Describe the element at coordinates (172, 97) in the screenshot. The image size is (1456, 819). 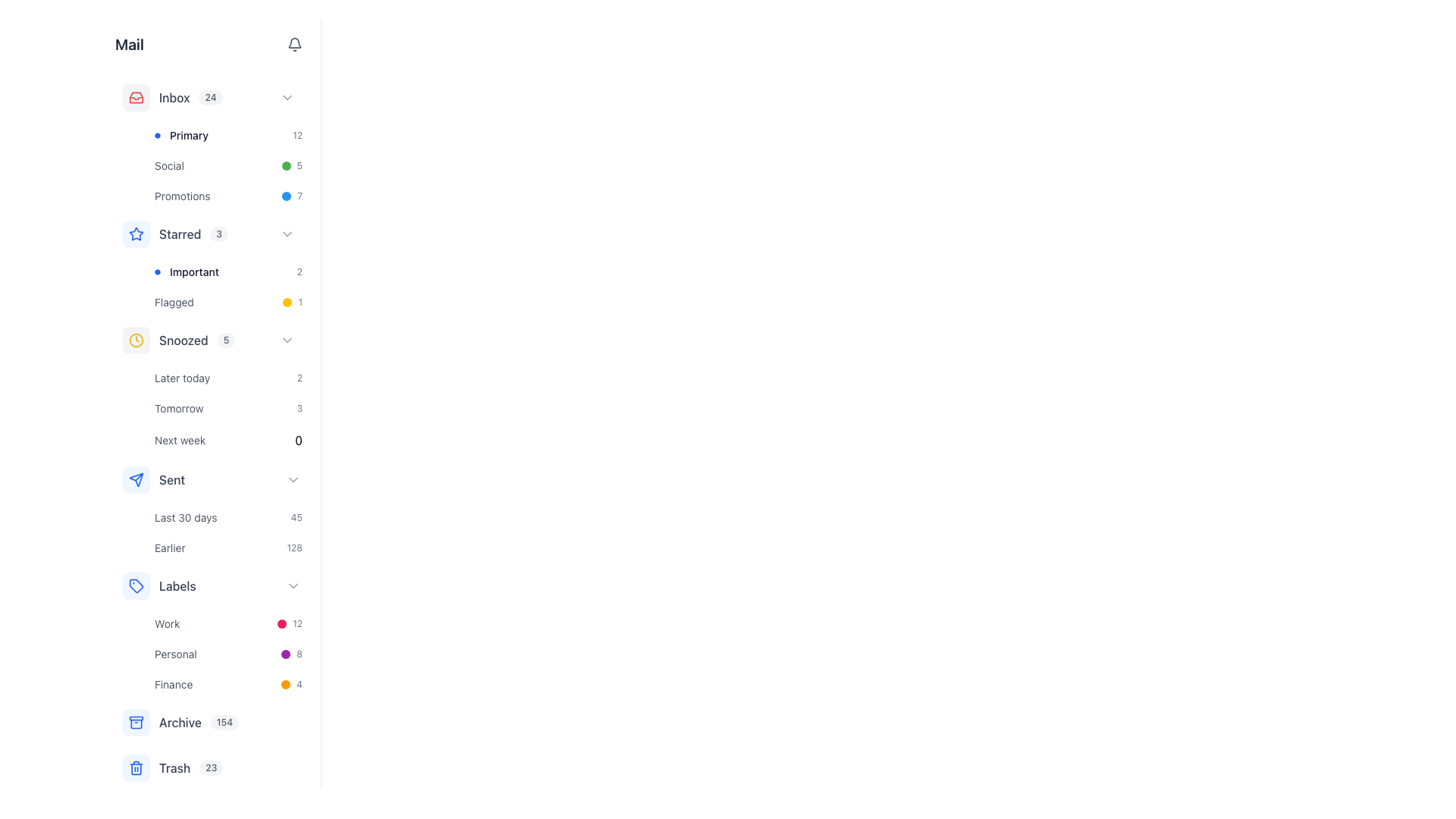
I see `the second navigation menu item labeled 'Inbox' in the left-side menu of the mail application` at that location.